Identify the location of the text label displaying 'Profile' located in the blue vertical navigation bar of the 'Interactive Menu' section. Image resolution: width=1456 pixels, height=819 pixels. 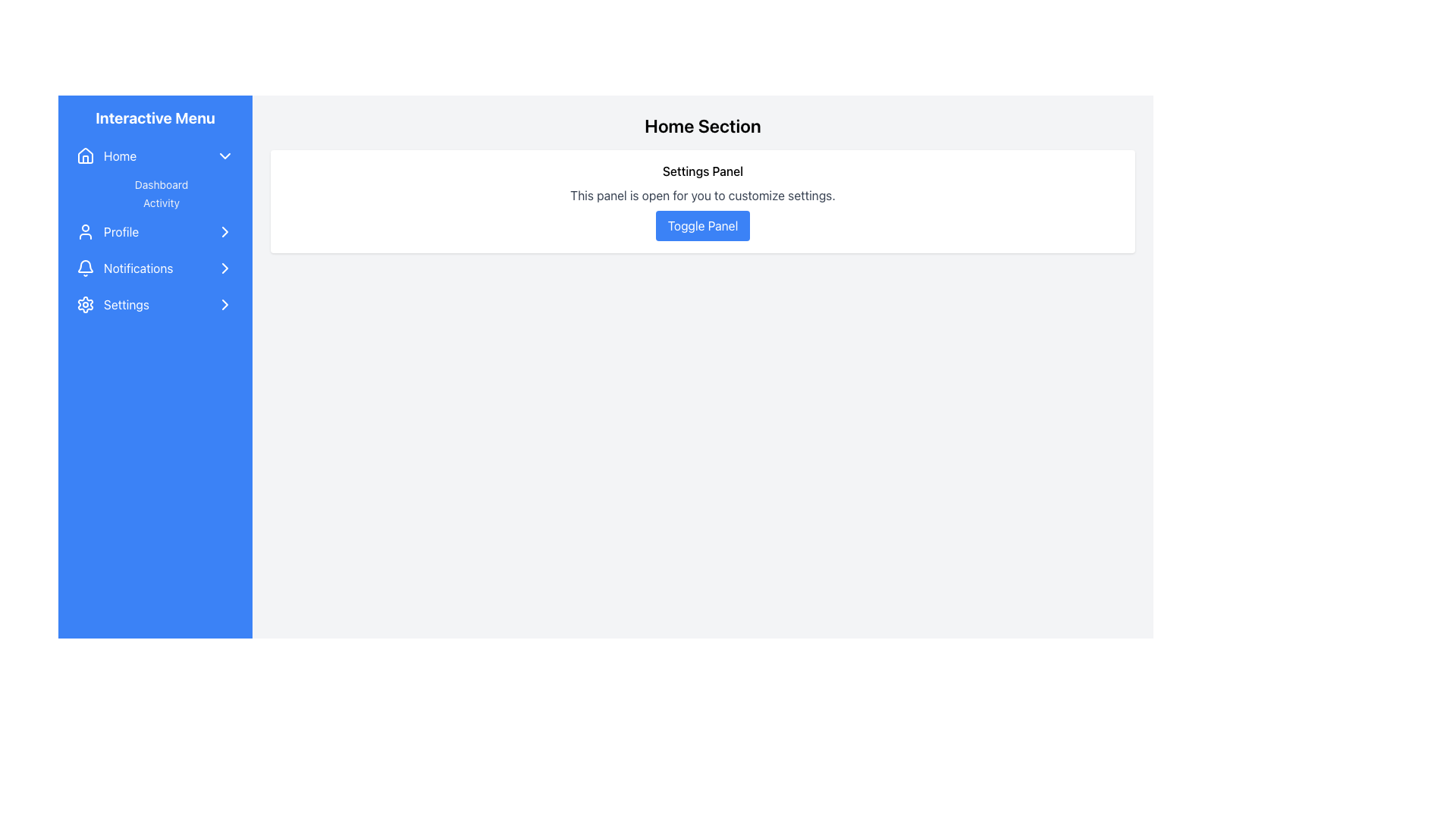
(121, 231).